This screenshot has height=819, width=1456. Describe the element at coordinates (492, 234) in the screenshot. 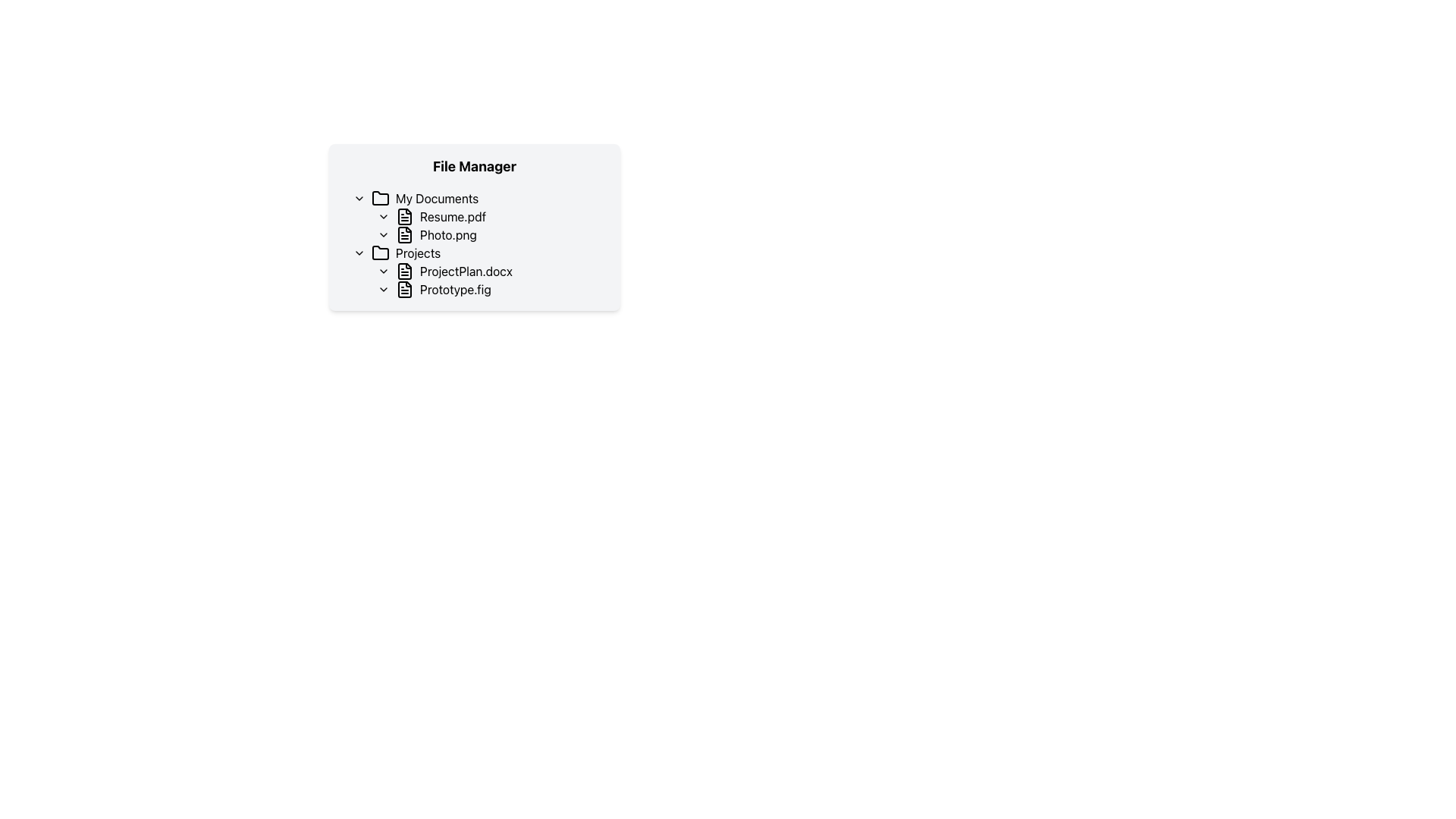

I see `the file entry named 'Photo.png' located under the 'My Documents' folder` at that location.